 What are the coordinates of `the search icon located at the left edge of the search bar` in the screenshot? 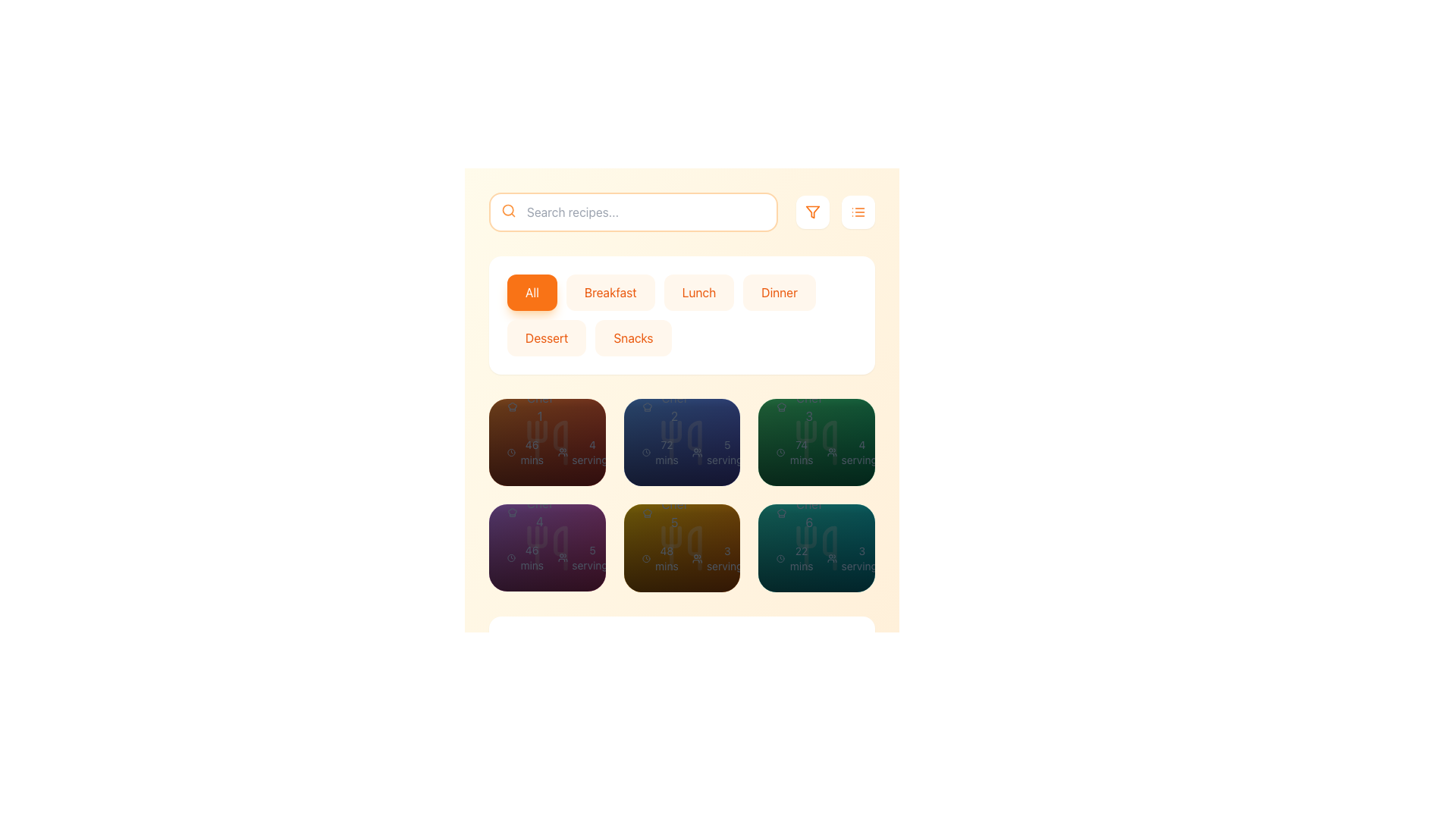 It's located at (509, 210).